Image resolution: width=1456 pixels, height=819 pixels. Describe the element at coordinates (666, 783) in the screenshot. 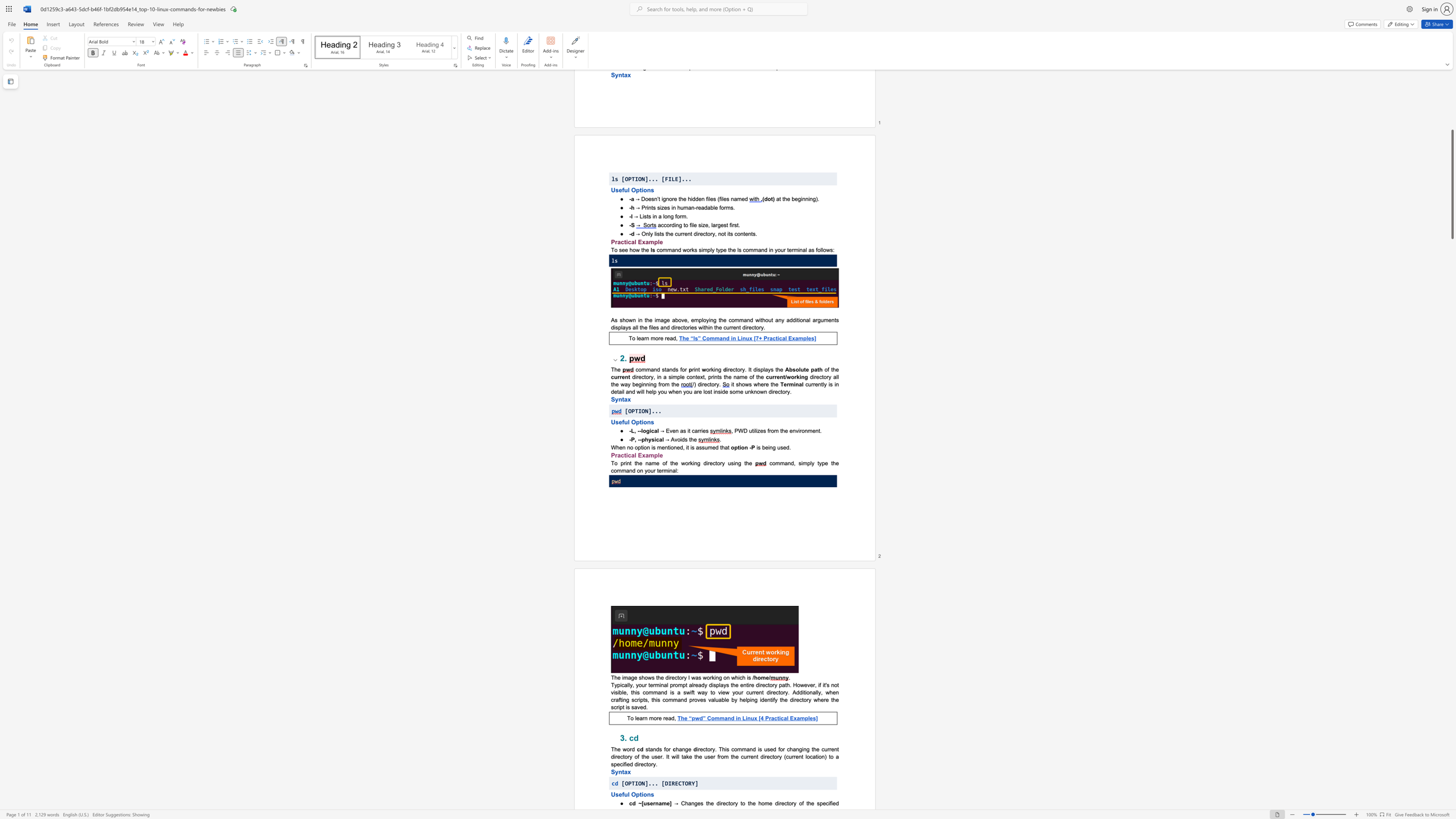

I see `the 1th character "D" in the text` at that location.